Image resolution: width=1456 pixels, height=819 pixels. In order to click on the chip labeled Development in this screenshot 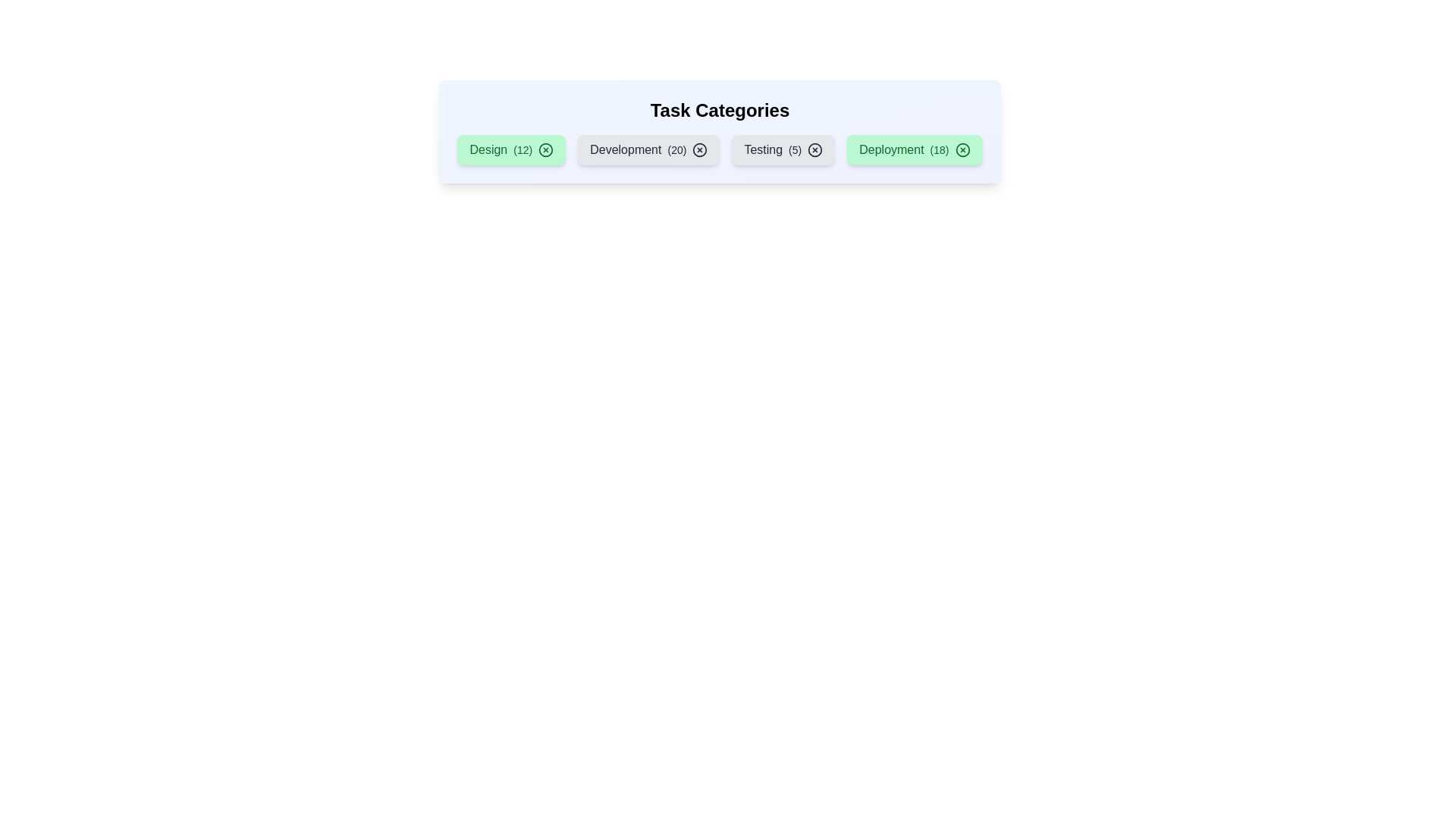, I will do `click(648, 149)`.